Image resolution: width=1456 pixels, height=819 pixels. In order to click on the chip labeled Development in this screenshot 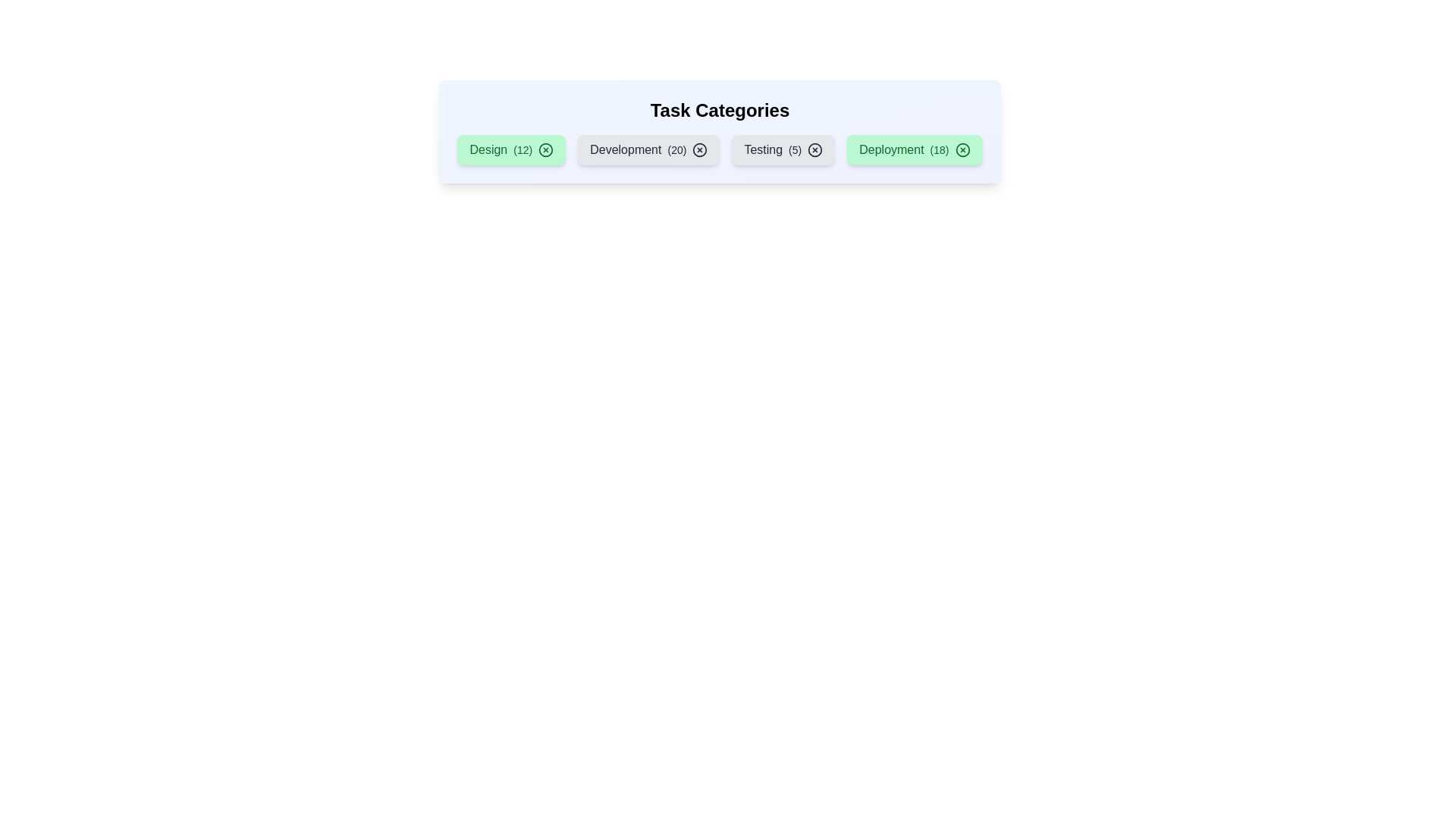, I will do `click(648, 149)`.